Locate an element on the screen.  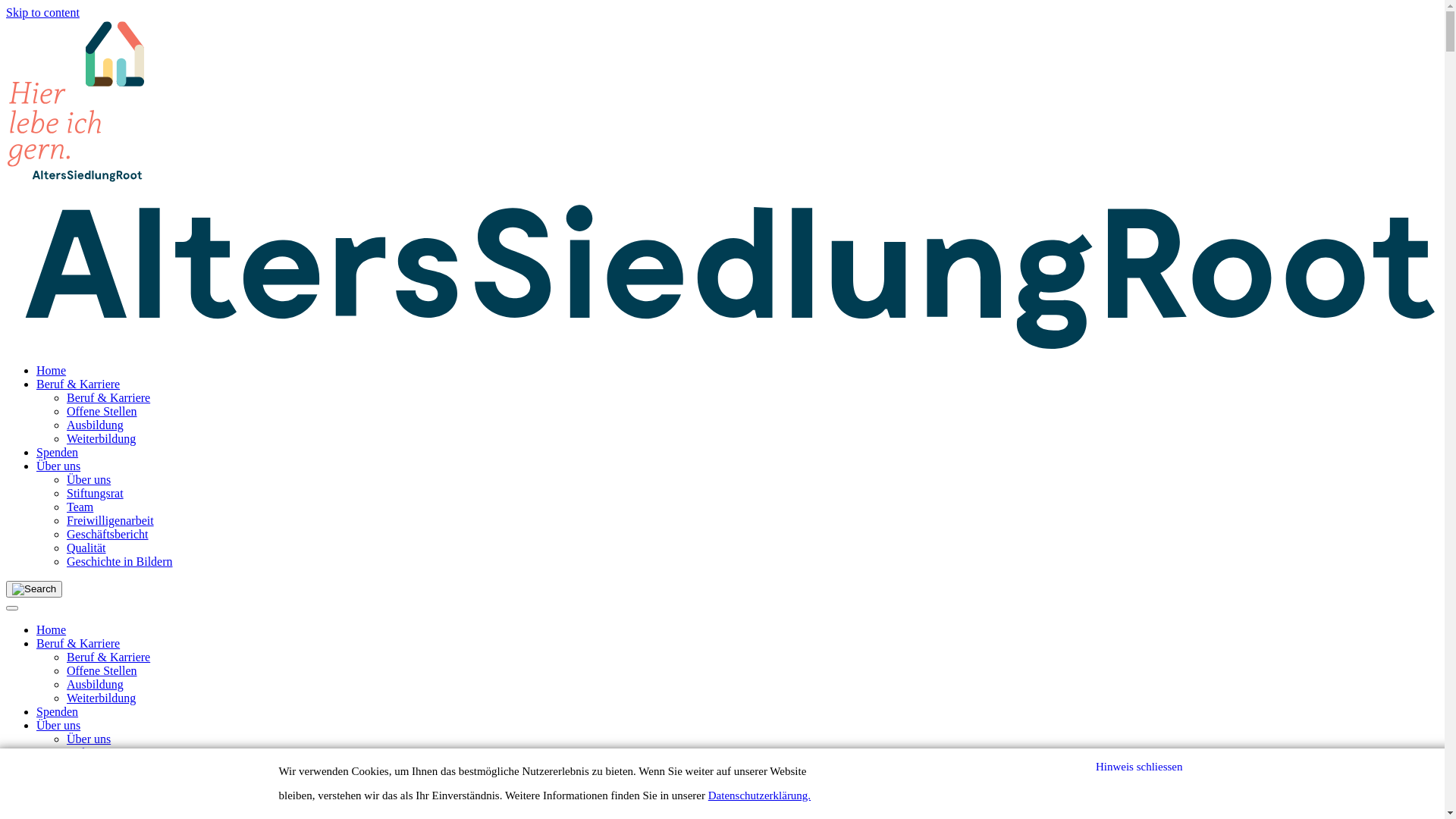
'Home' is located at coordinates (51, 629).